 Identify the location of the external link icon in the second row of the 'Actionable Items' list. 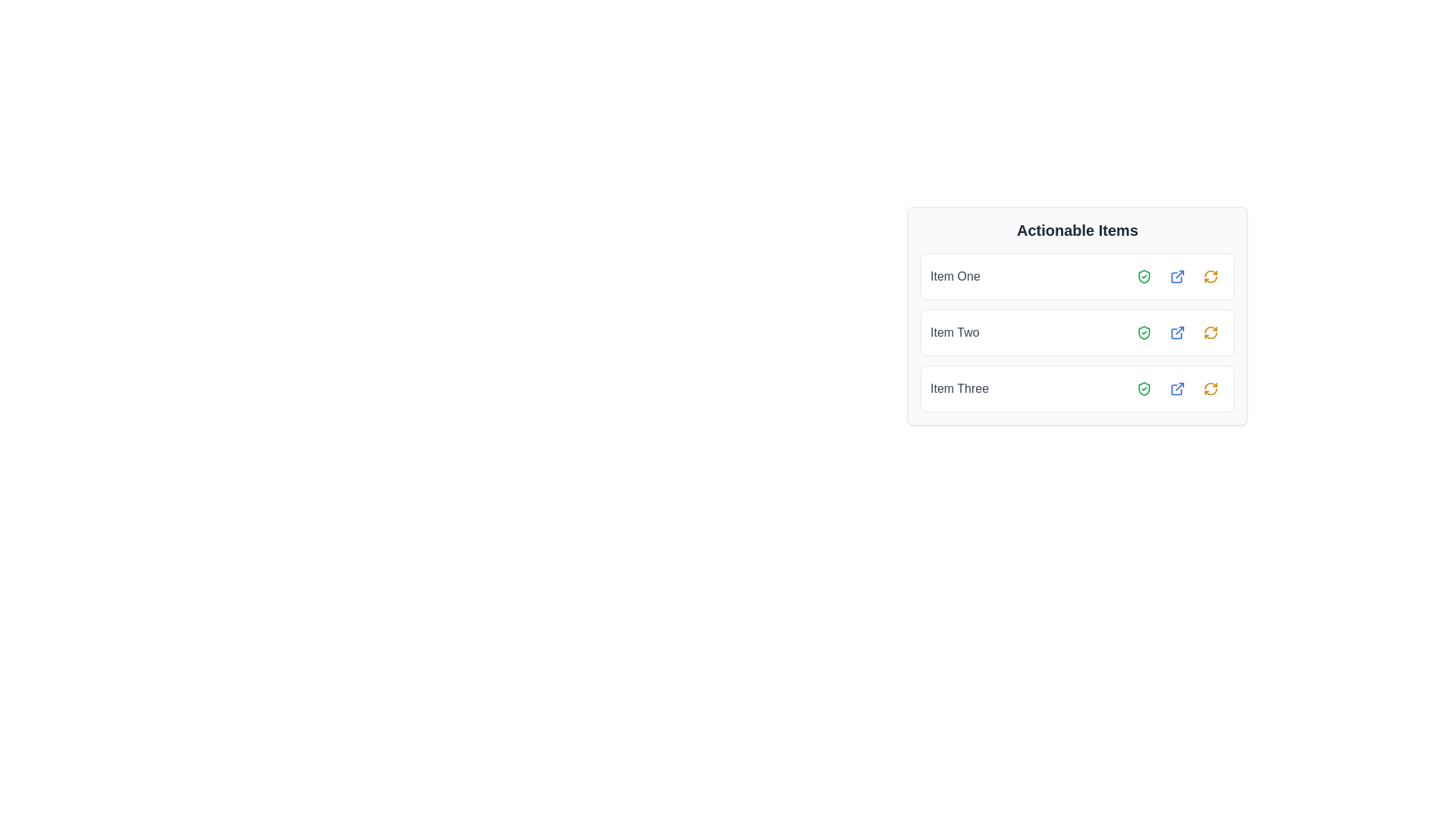
(1177, 332).